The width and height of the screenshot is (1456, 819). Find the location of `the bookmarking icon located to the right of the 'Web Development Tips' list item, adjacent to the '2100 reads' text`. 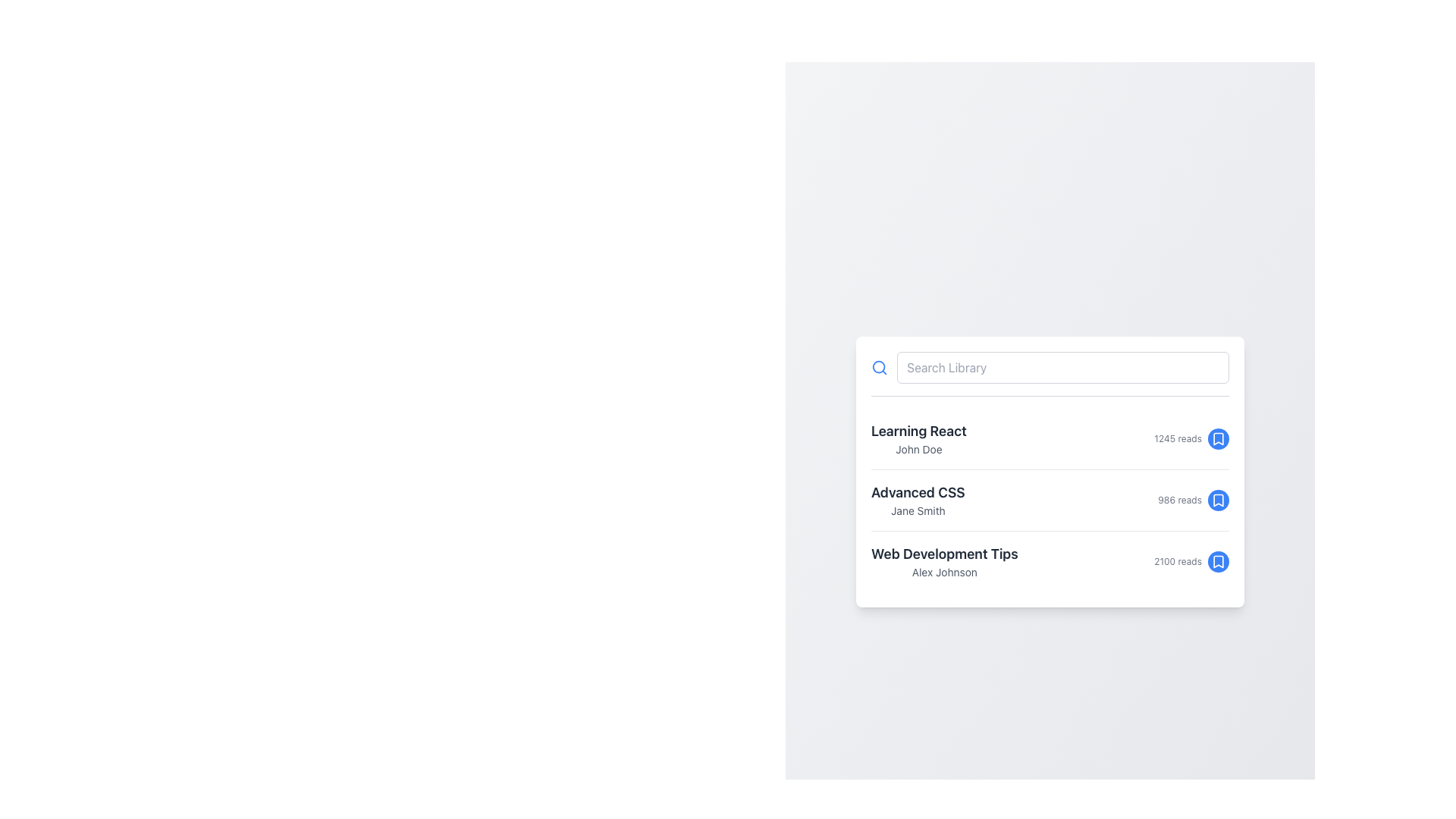

the bookmarking icon located to the right of the 'Web Development Tips' list item, adjacent to the '2100 reads' text is located at coordinates (1219, 561).